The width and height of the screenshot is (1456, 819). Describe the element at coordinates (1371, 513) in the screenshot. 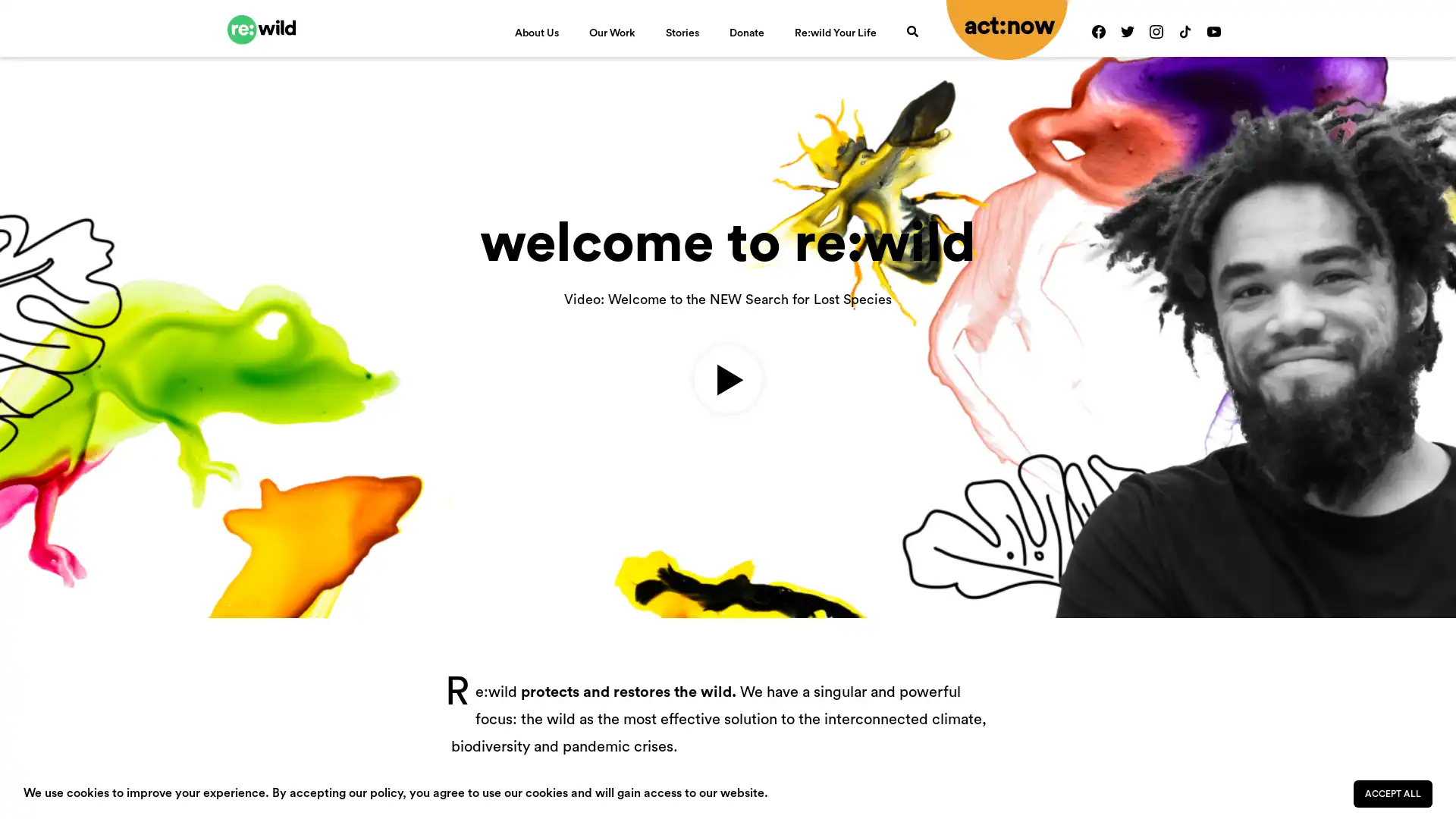

I see `enter full screen` at that location.